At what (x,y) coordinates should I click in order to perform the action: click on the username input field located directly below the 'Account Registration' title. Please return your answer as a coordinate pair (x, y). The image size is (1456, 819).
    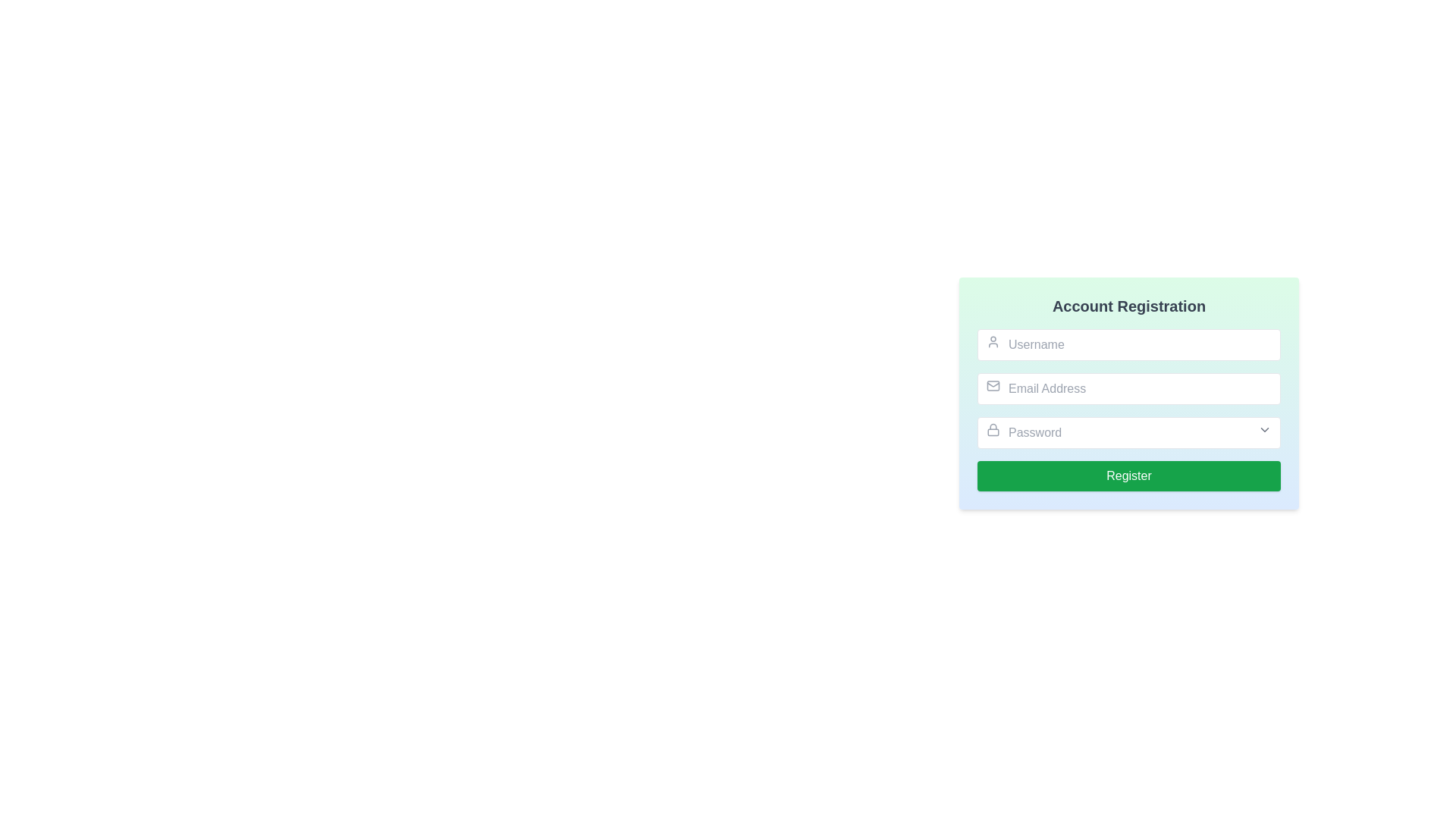
    Looking at the image, I should click on (1128, 345).